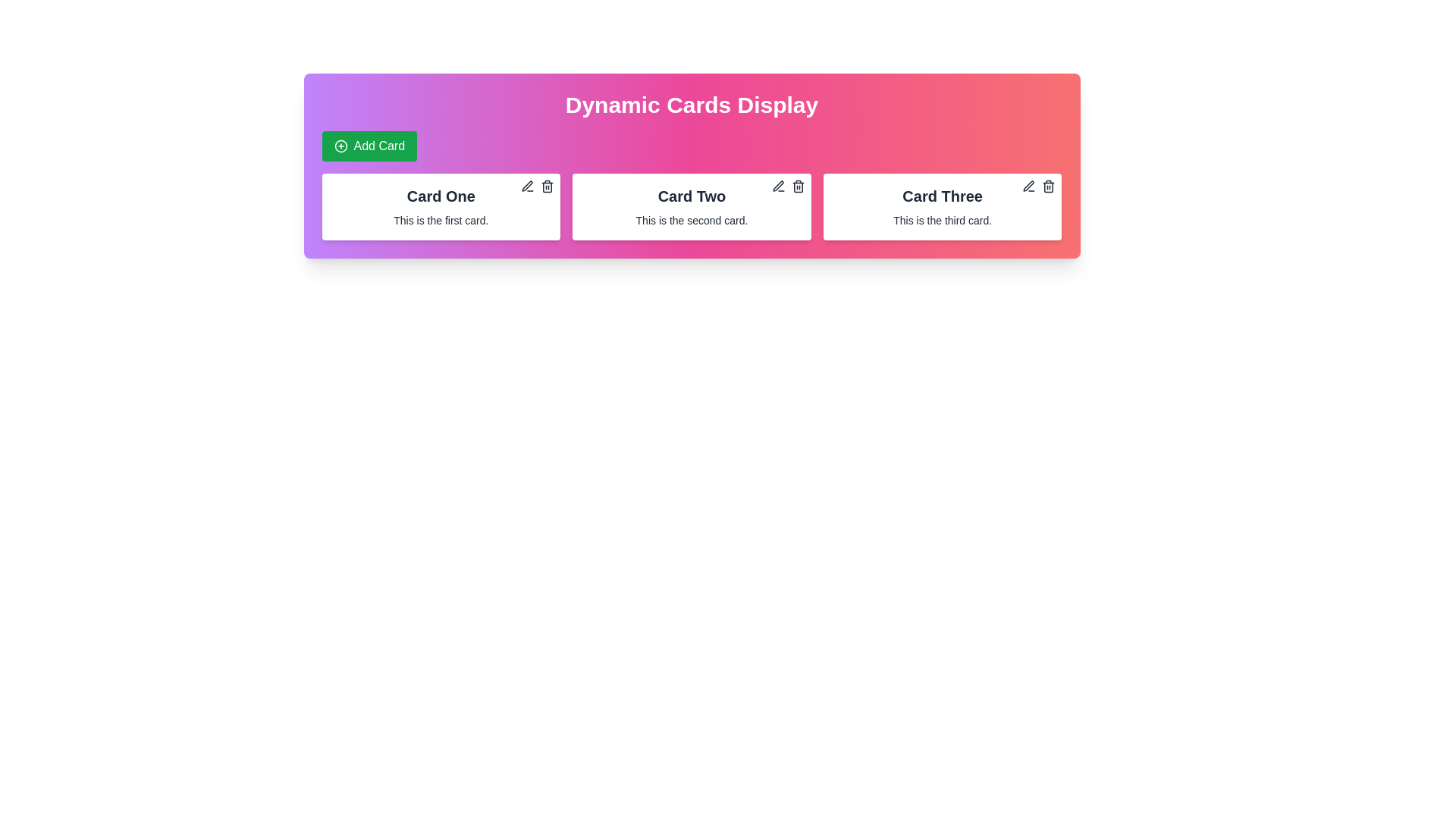 This screenshot has height=819, width=1456. What do you see at coordinates (546, 186) in the screenshot?
I see `the trash can icon in the top-right corner of 'Card One'` at bounding box center [546, 186].